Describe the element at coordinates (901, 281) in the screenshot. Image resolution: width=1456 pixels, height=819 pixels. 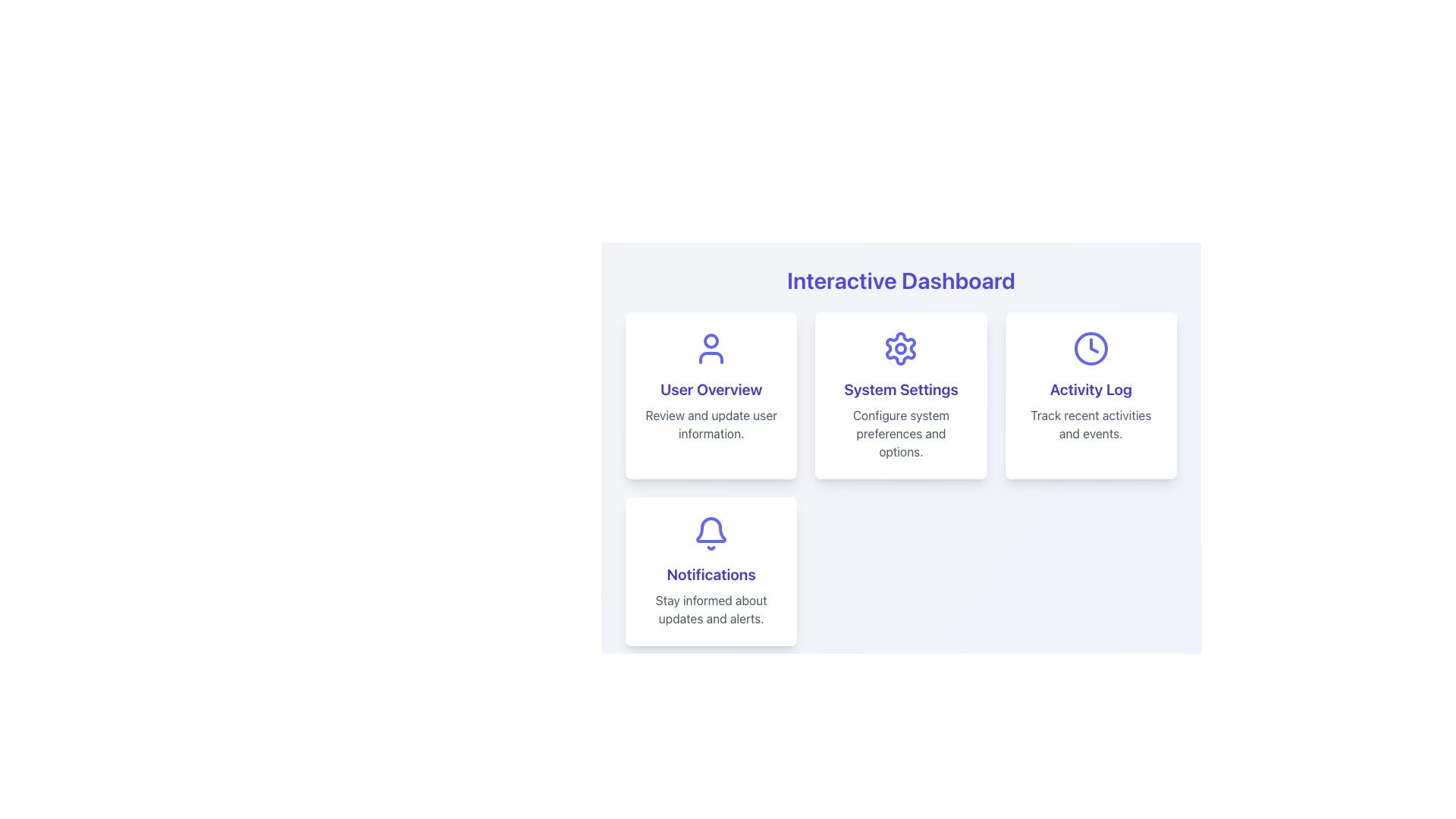
I see `the header element located at the topmost section of the interface, which serves as the title providing context about the page` at that location.